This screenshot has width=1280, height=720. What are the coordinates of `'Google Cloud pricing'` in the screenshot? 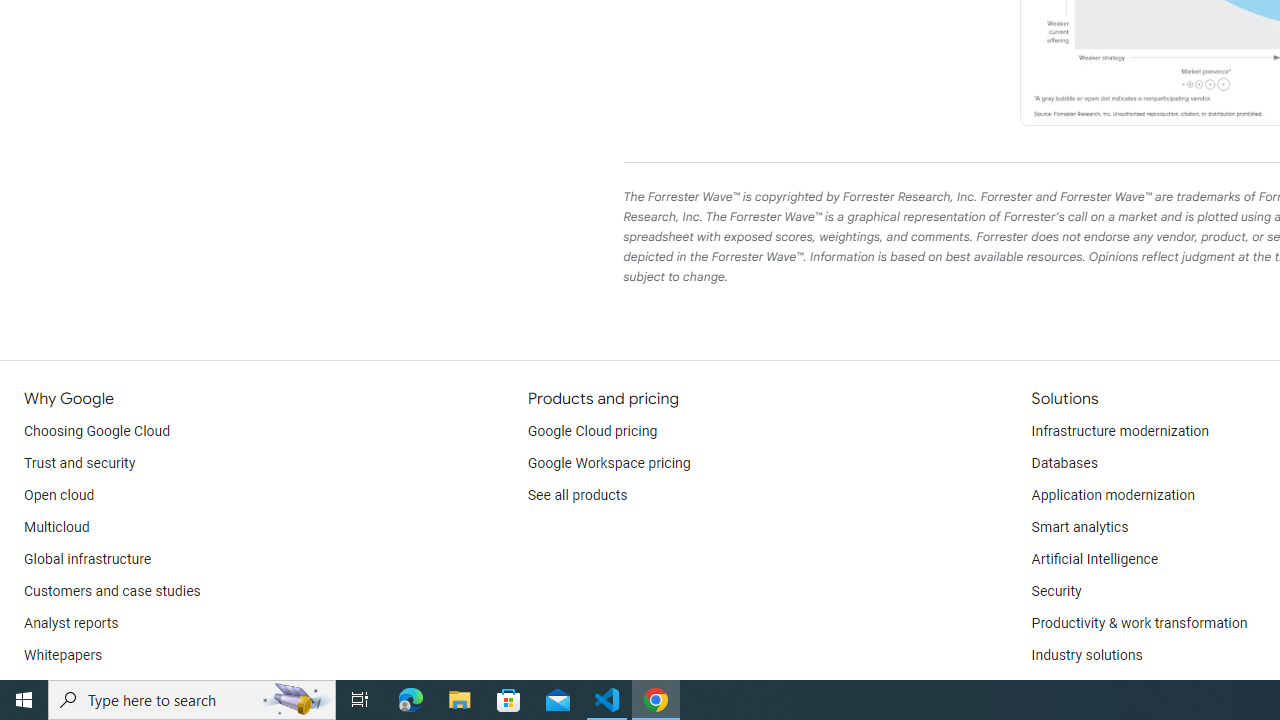 It's located at (591, 431).